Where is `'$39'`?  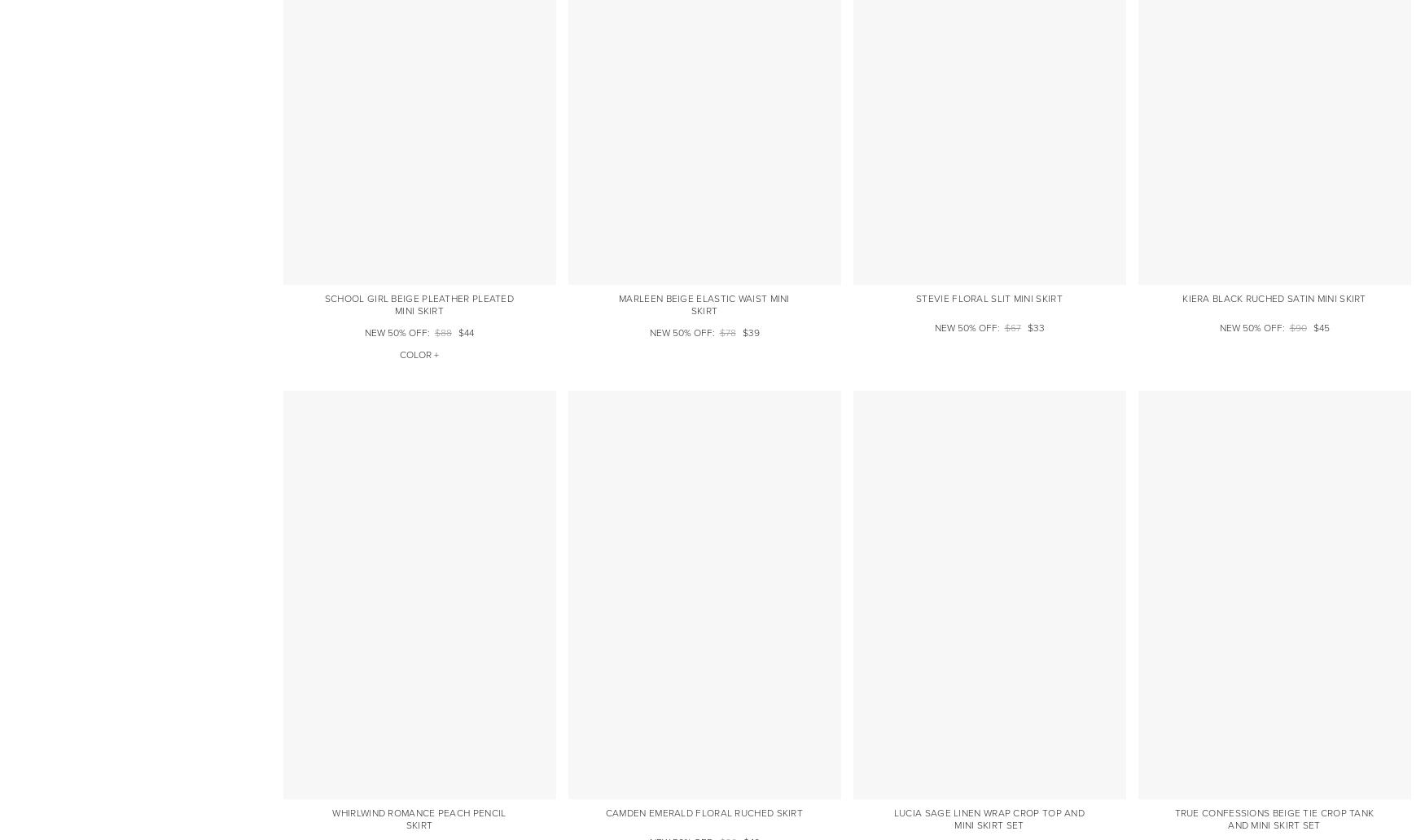
'$39' is located at coordinates (749, 331).